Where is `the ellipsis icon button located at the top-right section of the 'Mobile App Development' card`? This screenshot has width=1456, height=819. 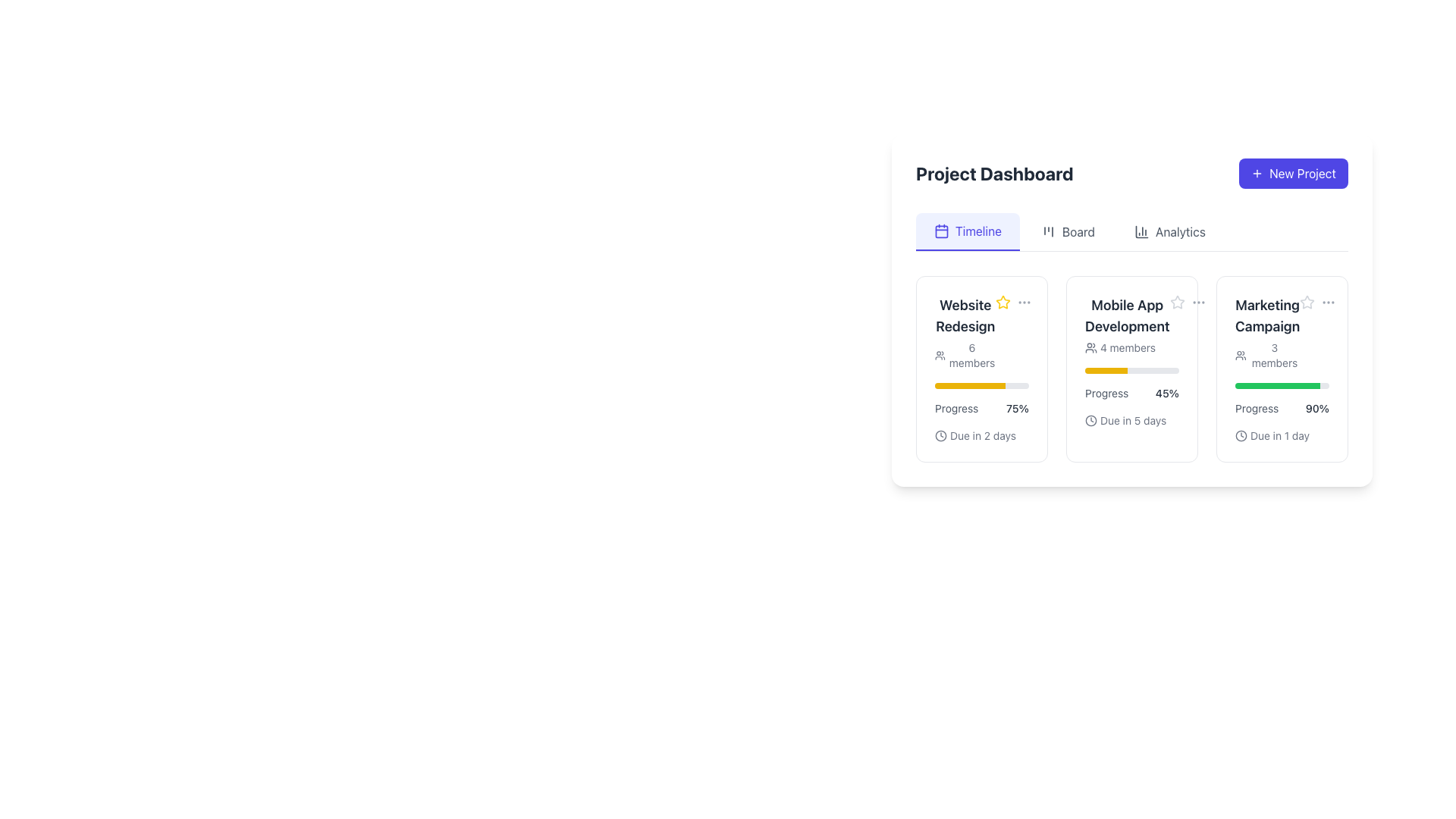 the ellipsis icon button located at the top-right section of the 'Mobile App Development' card is located at coordinates (1197, 302).